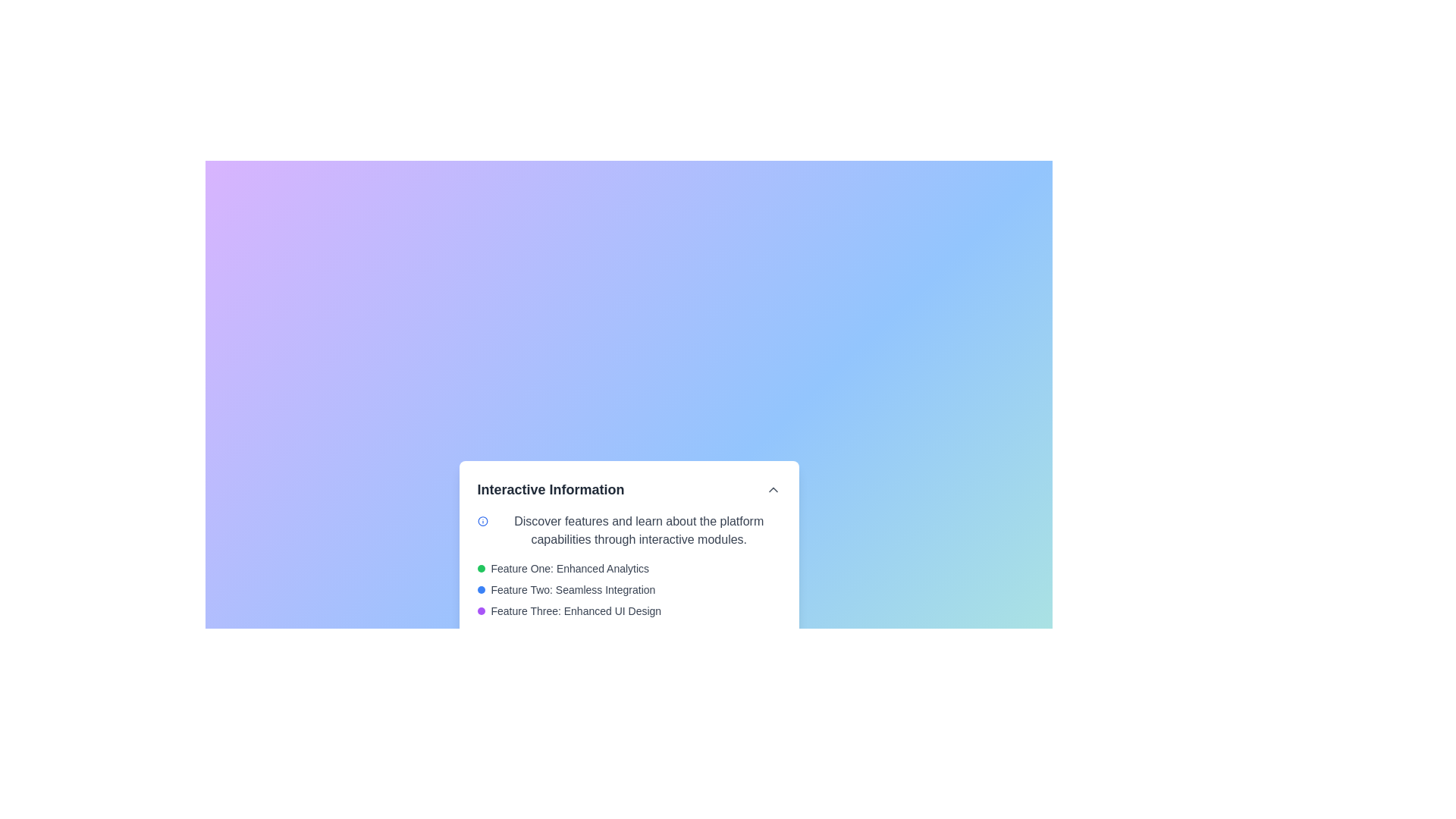 Image resolution: width=1456 pixels, height=819 pixels. I want to click on the text label reading 'Feature Two: Seamless Integration', which is styled with a small font size and gray color, positioned in a list of features between 'Feature One: Enhanced Analytics' and 'Feature Three: Enhanced UI Design', so click(572, 589).